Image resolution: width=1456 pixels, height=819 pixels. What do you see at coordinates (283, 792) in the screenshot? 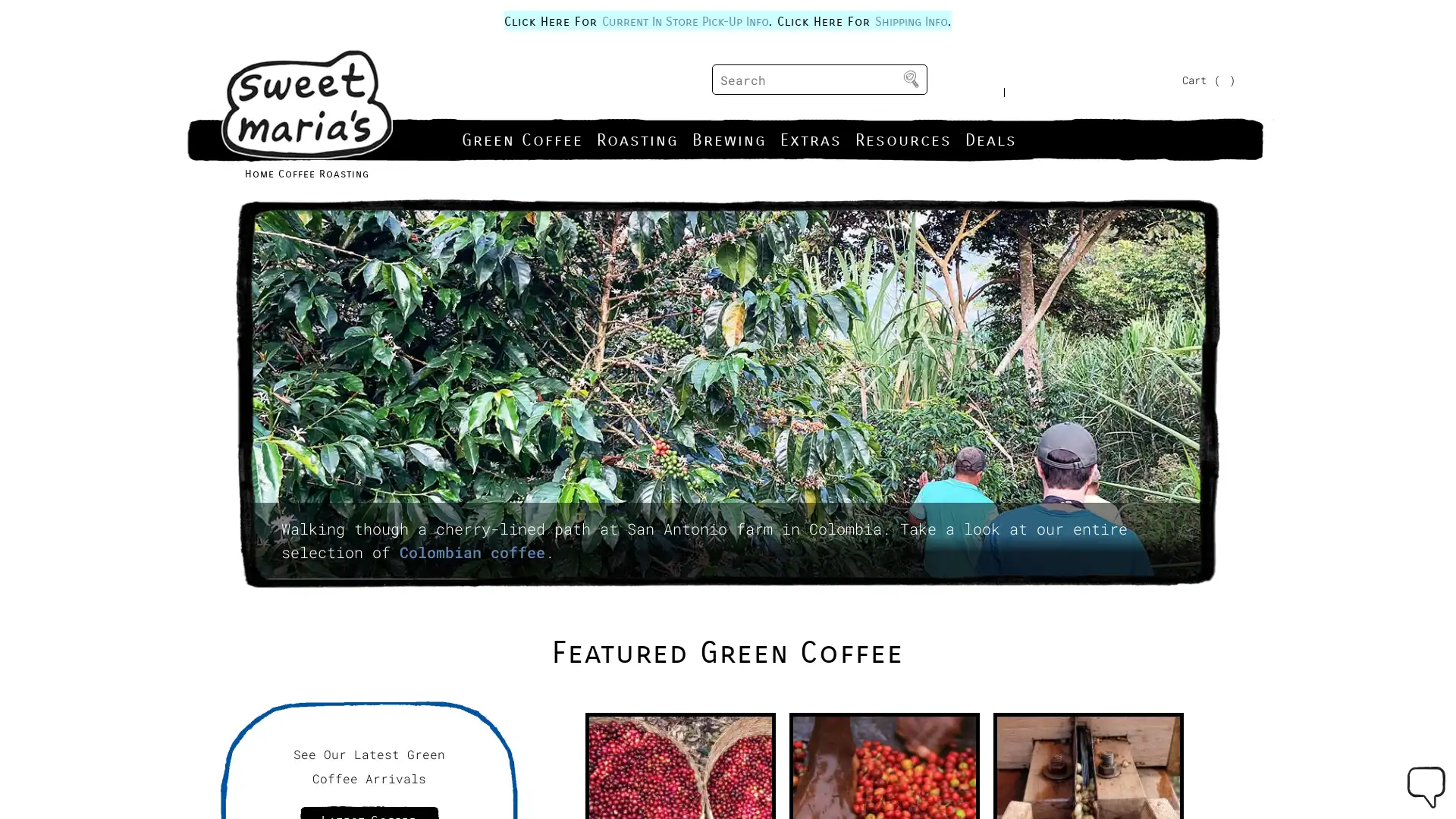
I see `Allow Cookies` at bounding box center [283, 792].